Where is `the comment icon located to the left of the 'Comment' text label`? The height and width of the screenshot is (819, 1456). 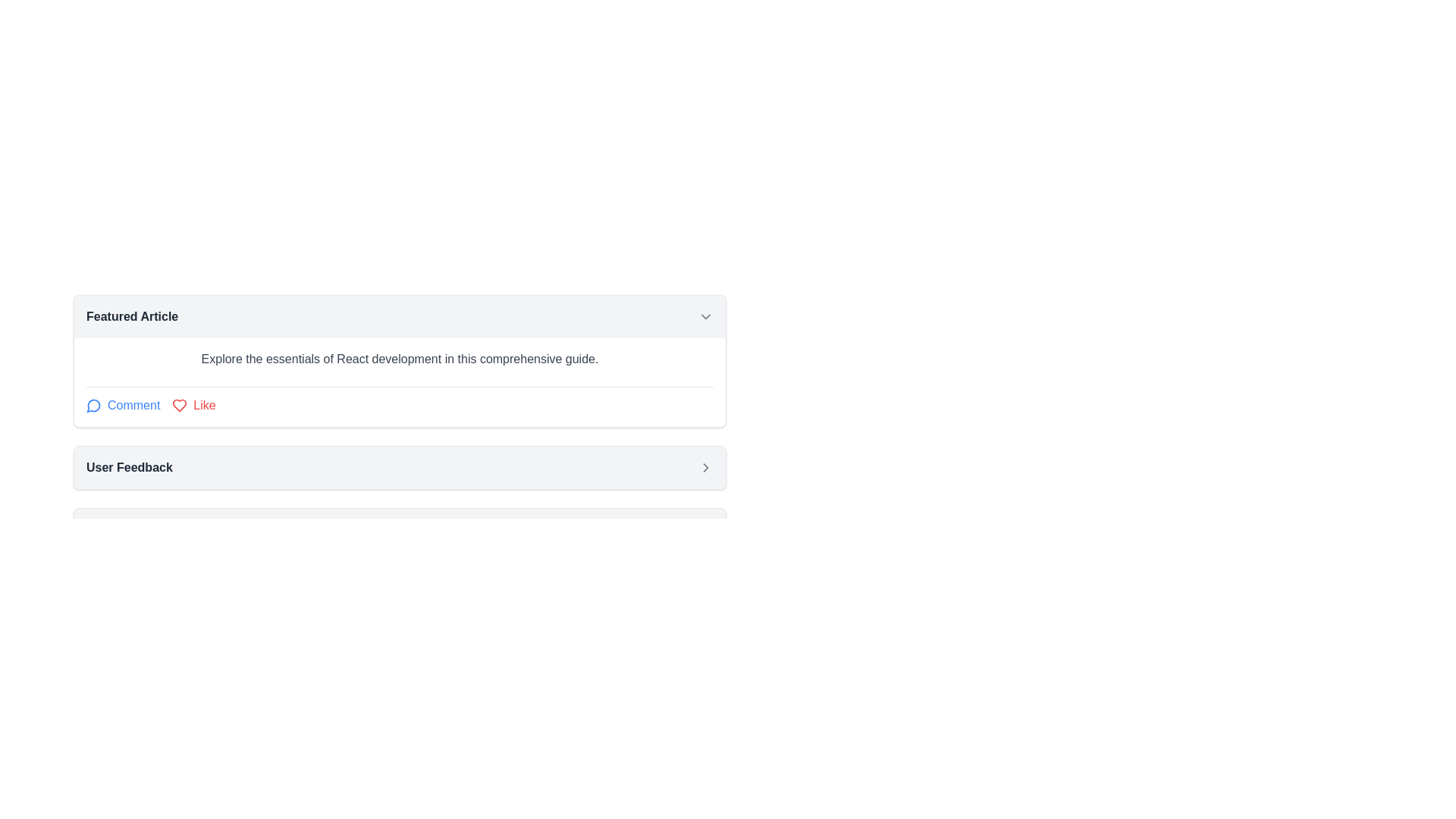
the comment icon located to the left of the 'Comment' text label is located at coordinates (93, 405).